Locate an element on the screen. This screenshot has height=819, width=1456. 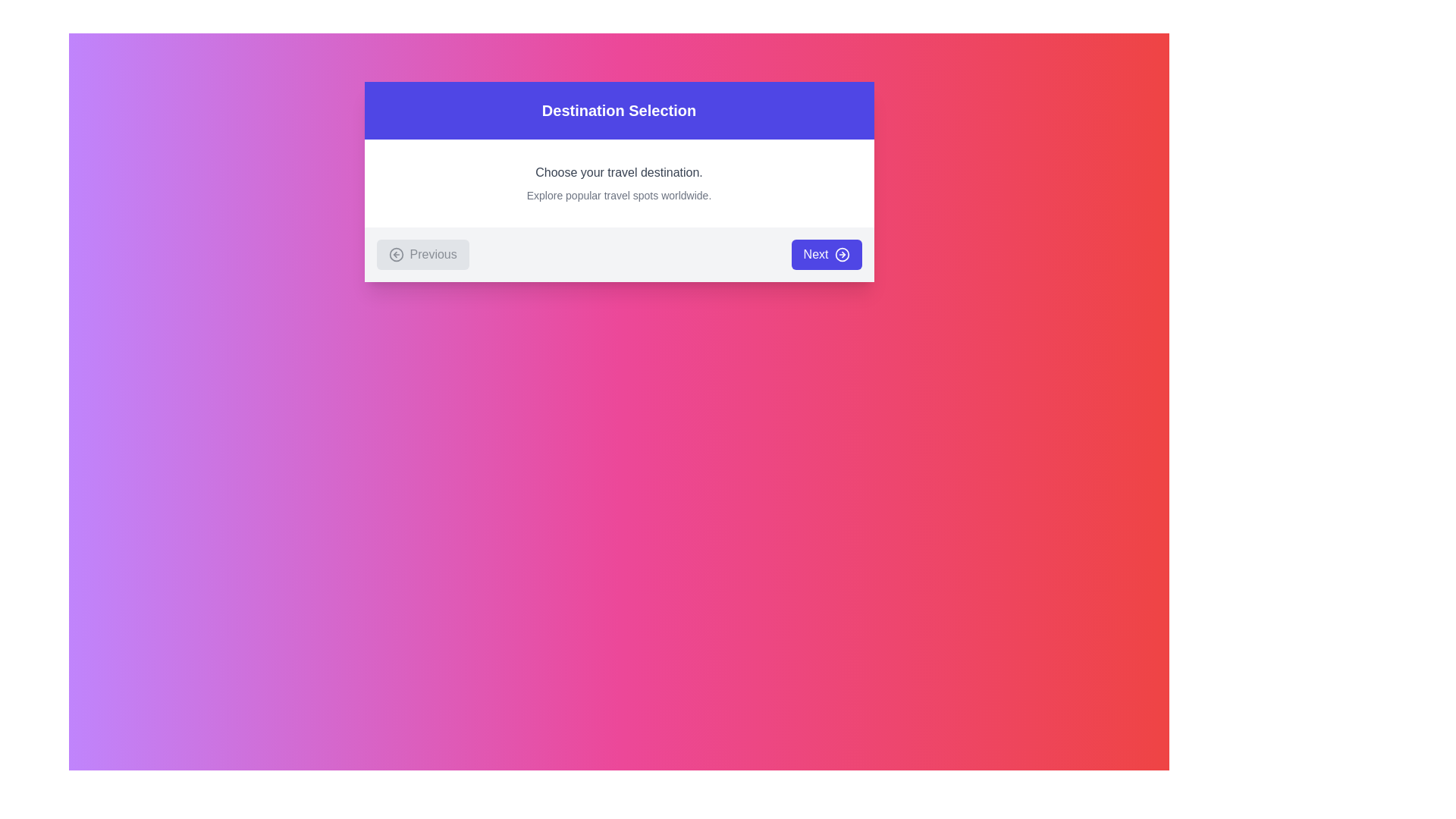
the decorative SVG circle that is part of the 'Previous' button's visual design located in the bottom-left of the modal interface is located at coordinates (396, 253).